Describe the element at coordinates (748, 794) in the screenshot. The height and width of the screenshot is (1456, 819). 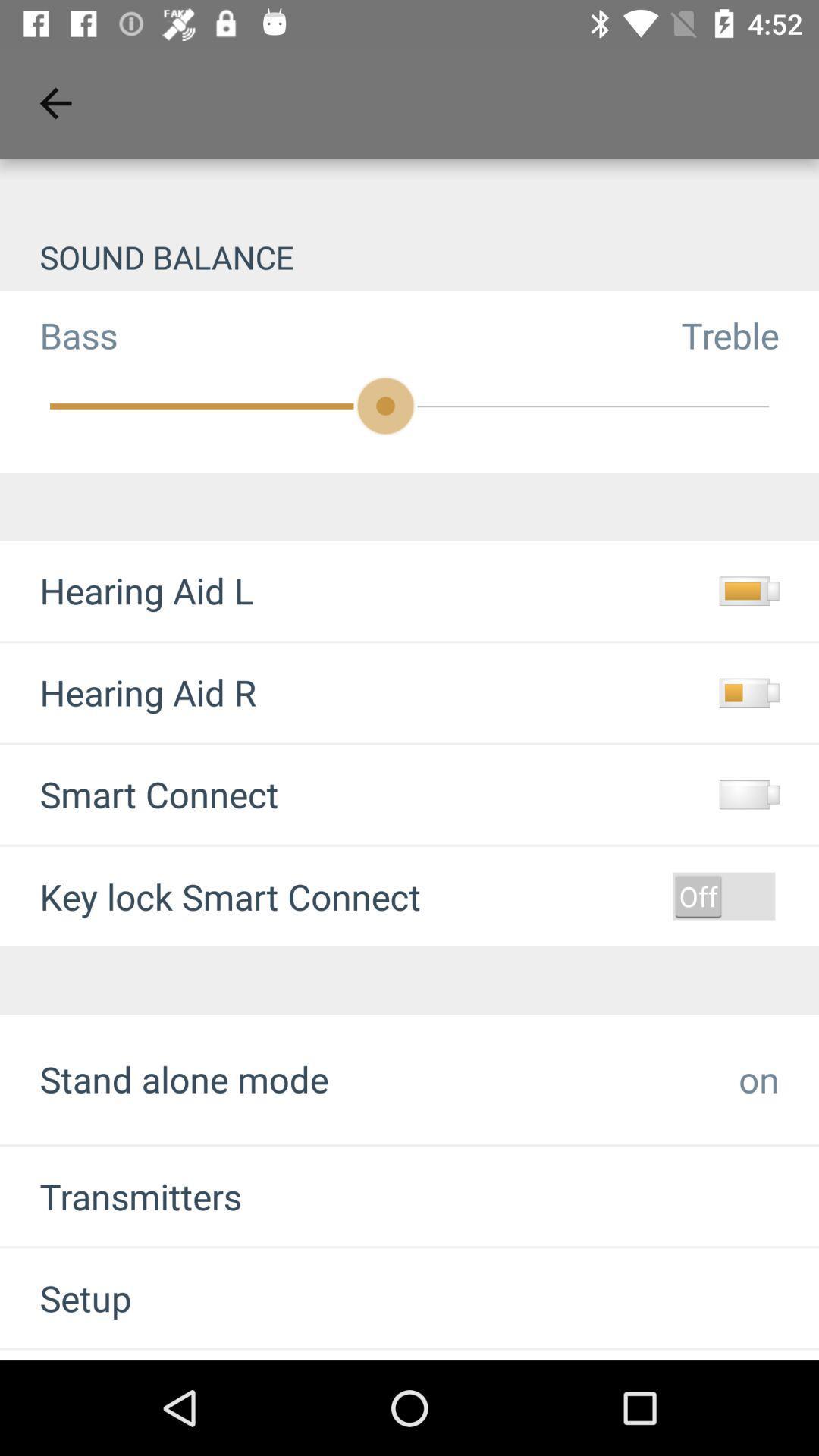
I see `the third battery symbol from top` at that location.